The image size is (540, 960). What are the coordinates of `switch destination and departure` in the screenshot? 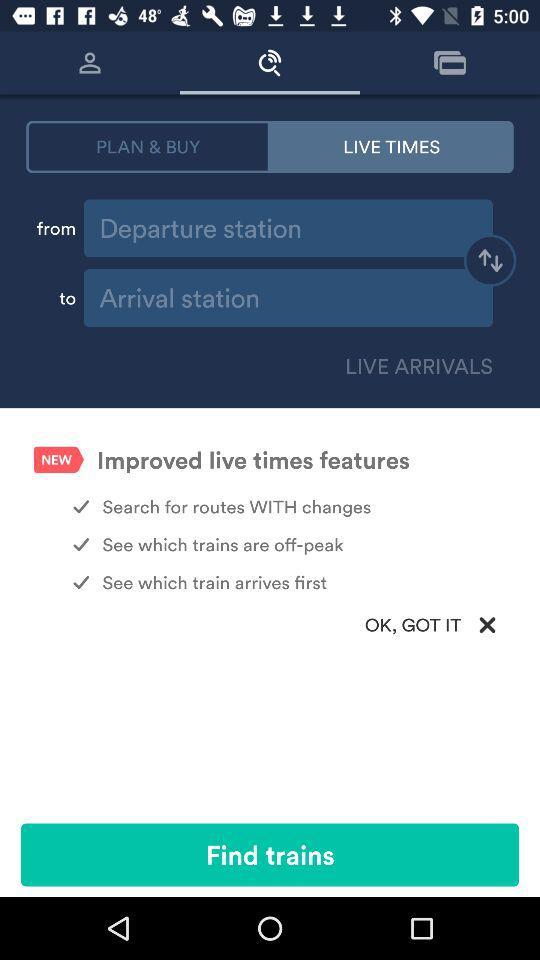 It's located at (489, 262).